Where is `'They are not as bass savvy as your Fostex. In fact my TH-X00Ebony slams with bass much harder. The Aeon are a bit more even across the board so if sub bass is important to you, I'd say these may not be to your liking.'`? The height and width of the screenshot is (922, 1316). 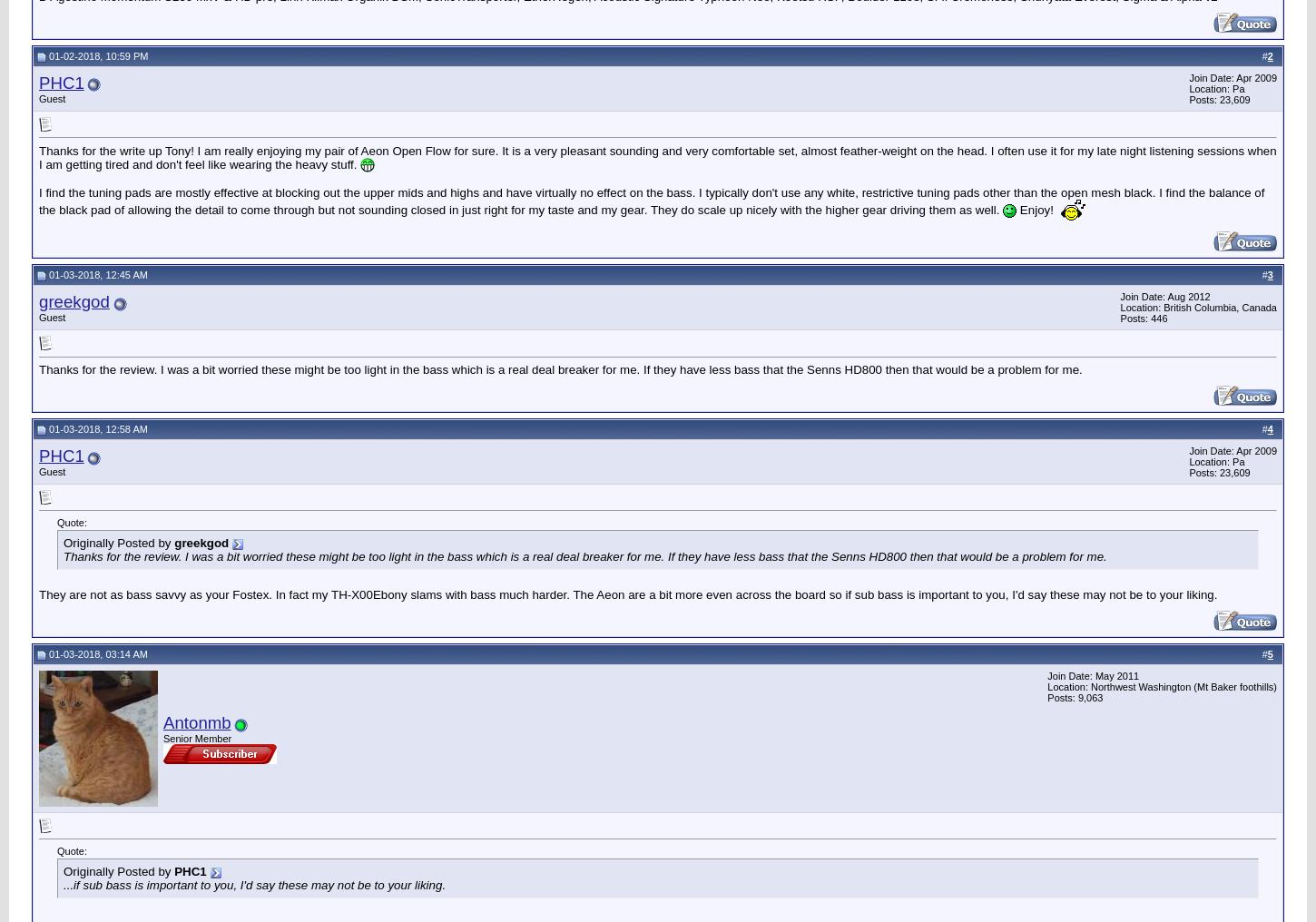
'They are not as bass savvy as your Fostex. In fact my TH-X00Ebony slams with bass much harder. The Aeon are a bit more even across the board so if sub bass is important to you, I'd say these may not be to your liking.' is located at coordinates (39, 593).